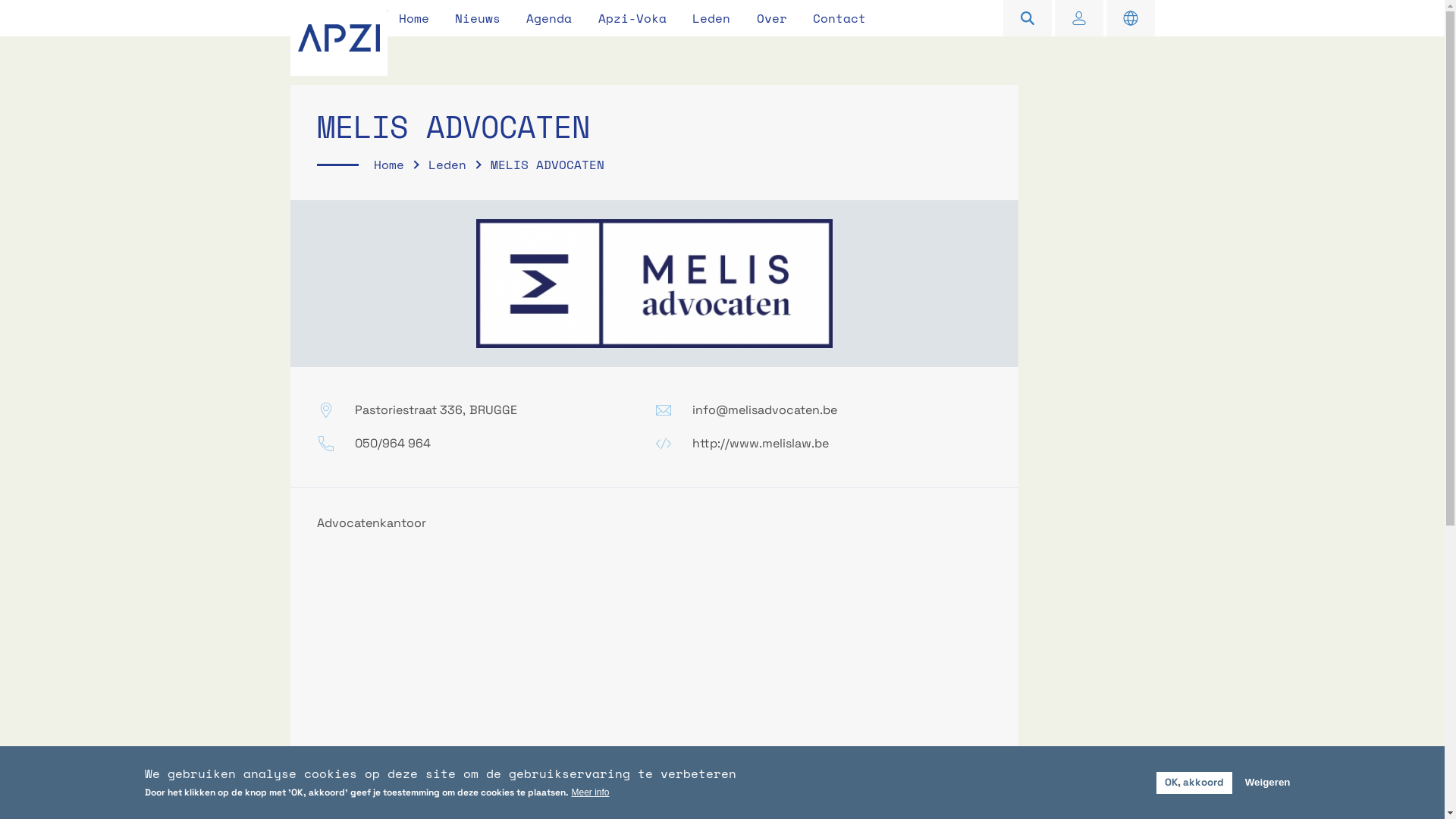 The width and height of the screenshot is (1456, 819). Describe the element at coordinates (548, 17) in the screenshot. I see `'Agenda'` at that location.